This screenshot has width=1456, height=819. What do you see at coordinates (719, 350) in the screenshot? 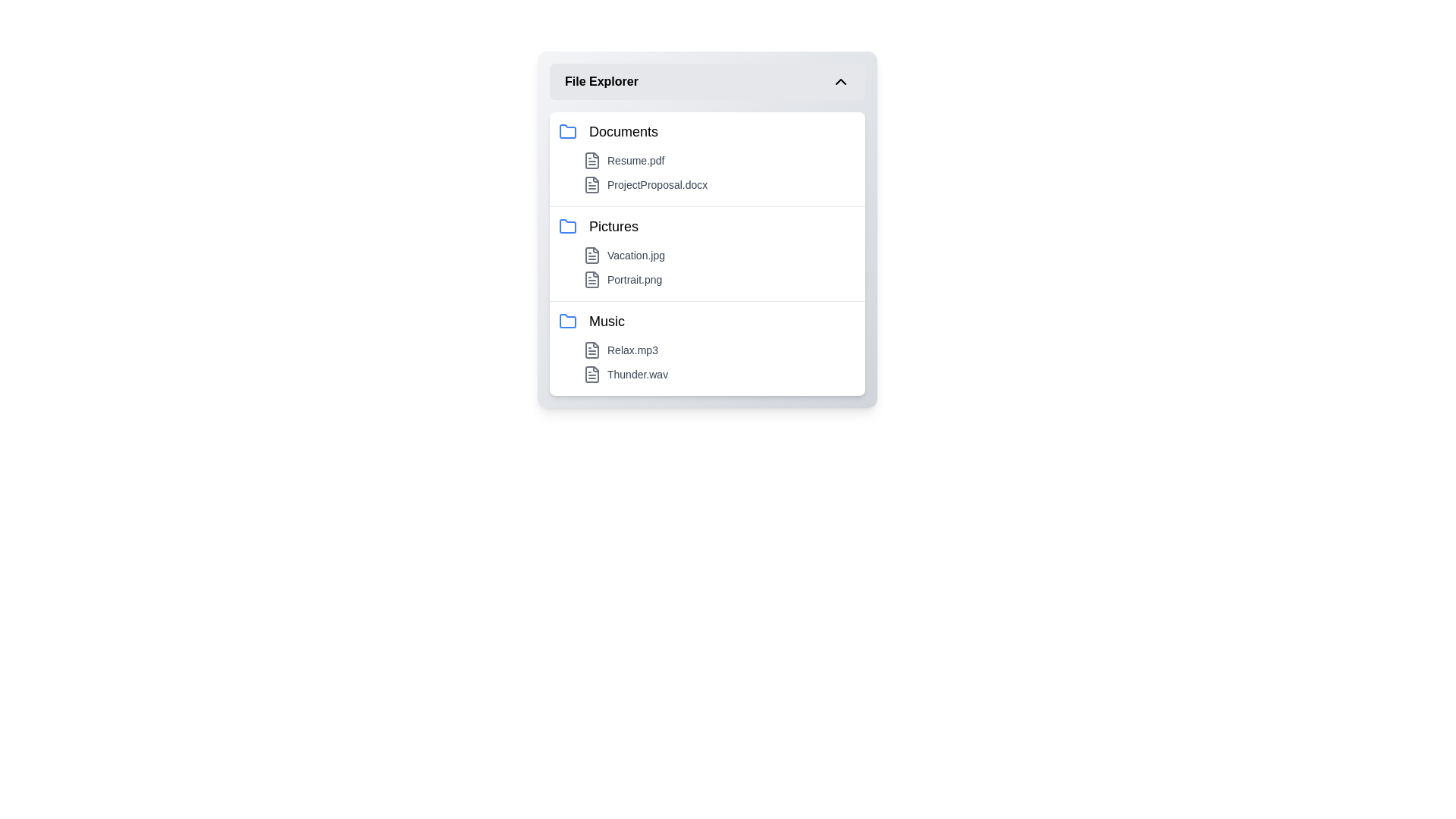
I see `the file named Relax.mp3 to open it` at bounding box center [719, 350].